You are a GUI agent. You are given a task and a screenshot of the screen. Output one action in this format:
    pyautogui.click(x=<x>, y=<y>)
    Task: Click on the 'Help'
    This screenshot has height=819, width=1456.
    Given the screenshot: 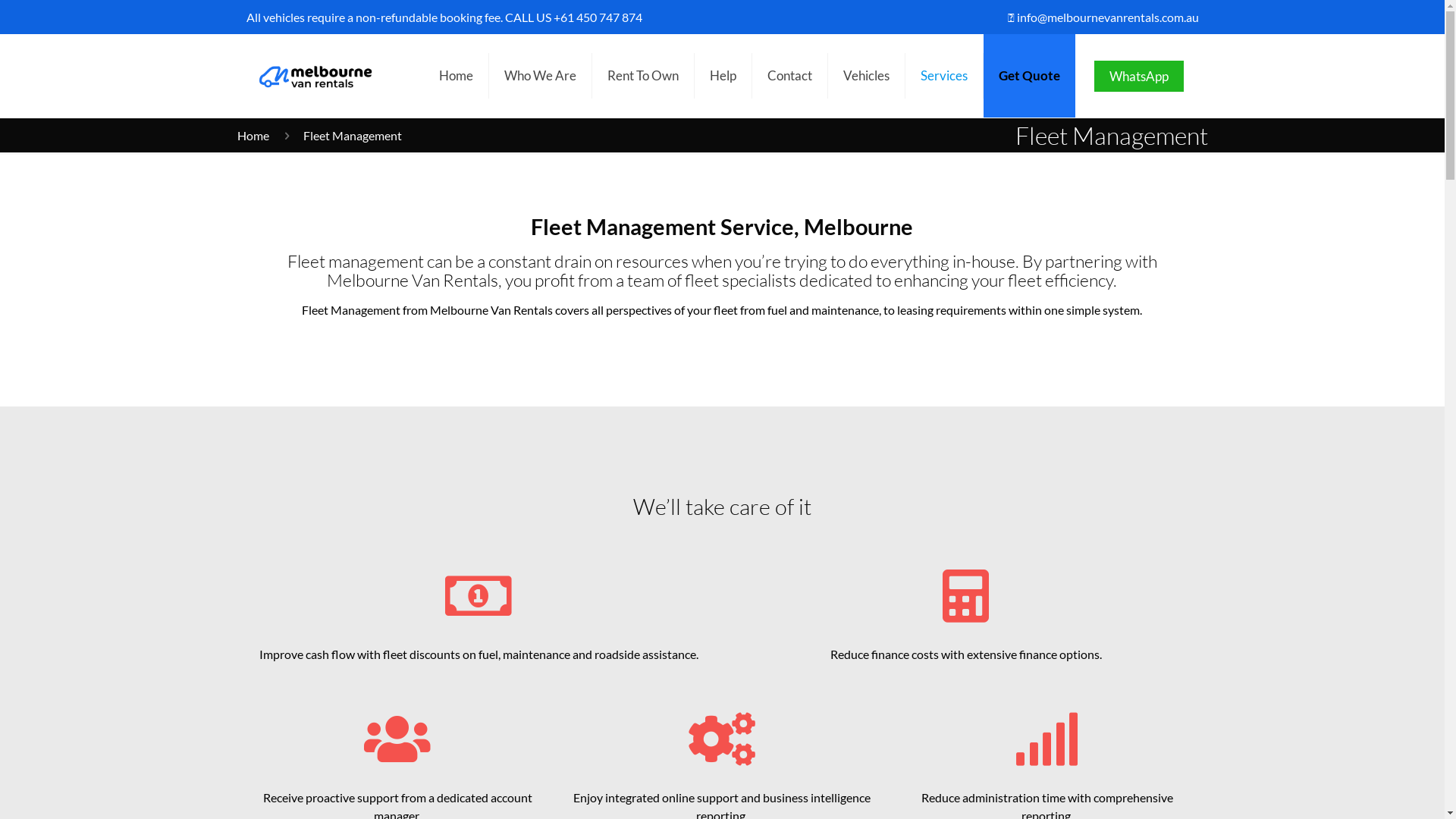 What is the action you would take?
    pyautogui.click(x=694, y=76)
    